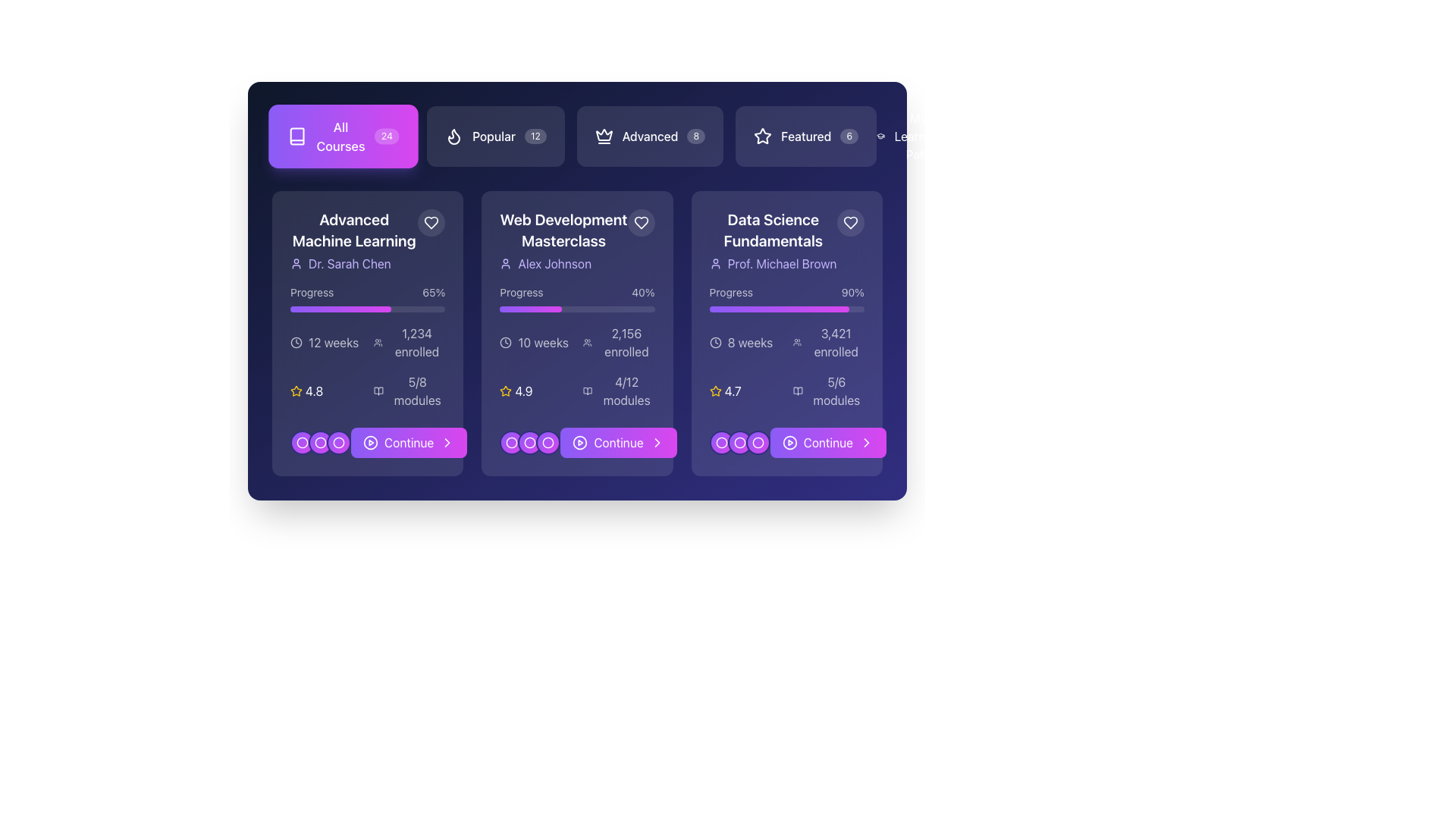 The width and height of the screenshot is (1456, 819). What do you see at coordinates (805, 136) in the screenshot?
I see `the filter button with an icon and a badge located at the top-right corner of the interface, next to 'All Courses', 'Popular', and 'Advanced' buttons to trigger a visual effect indicating interactivity` at bounding box center [805, 136].